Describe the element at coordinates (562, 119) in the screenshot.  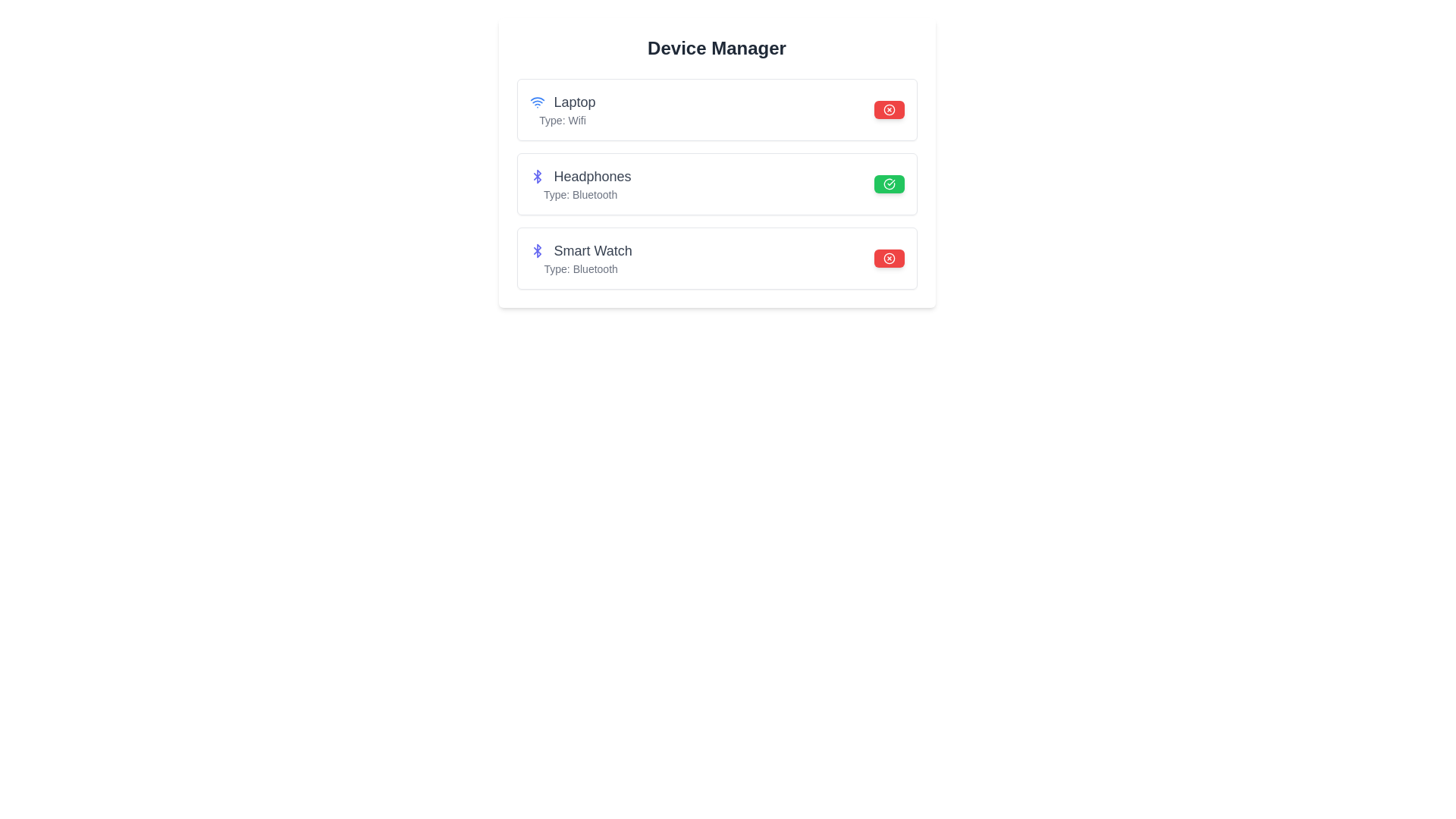
I see `text label displaying 'Type: Wifi' which is styled in small gray font and is located as the second line under the title 'Laptop' in the first list item` at that location.